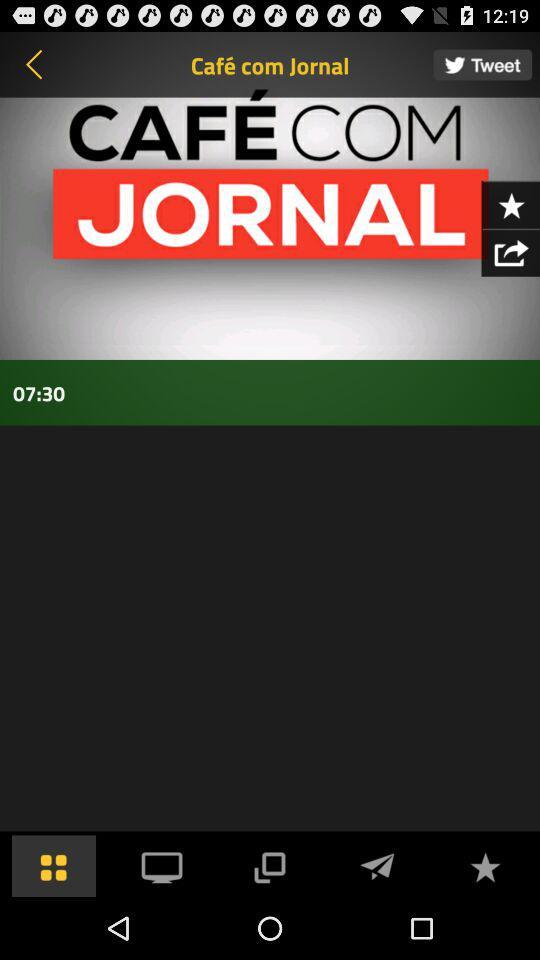 The height and width of the screenshot is (960, 540). I want to click on favourite this page, so click(510, 204).